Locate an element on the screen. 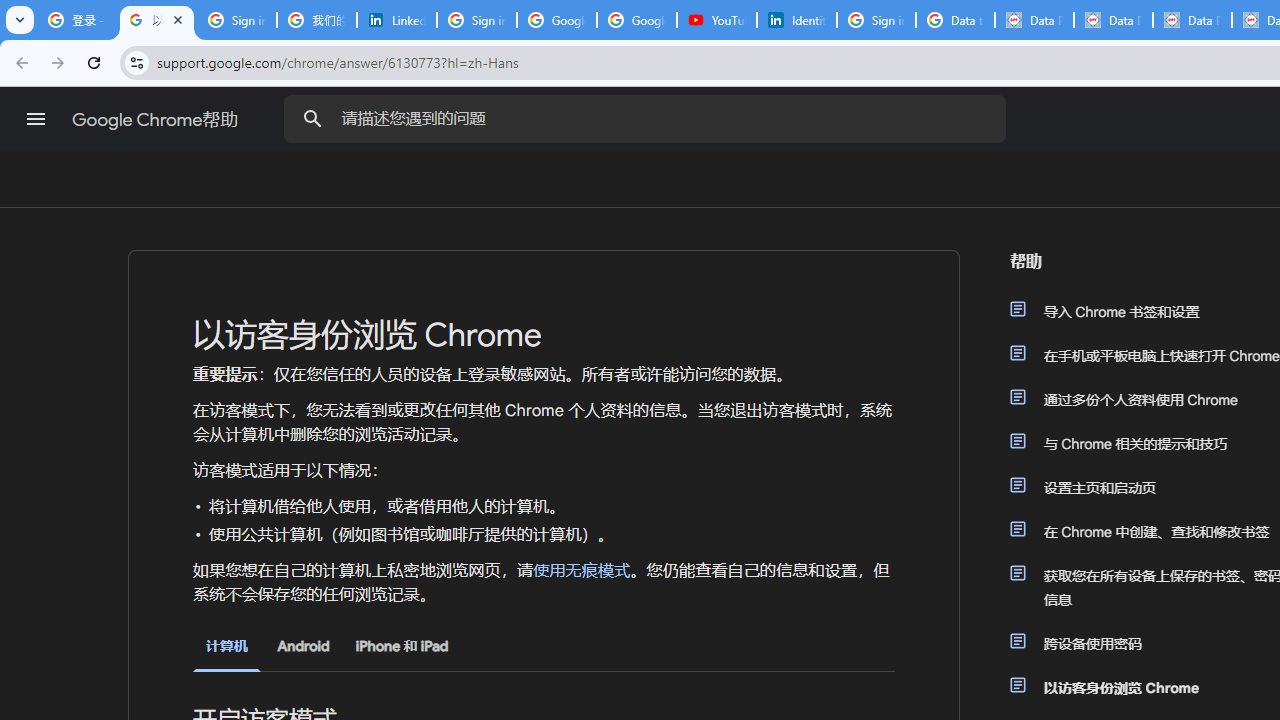 This screenshot has width=1280, height=720. 'Data Privacy Framework' is located at coordinates (1112, 20).